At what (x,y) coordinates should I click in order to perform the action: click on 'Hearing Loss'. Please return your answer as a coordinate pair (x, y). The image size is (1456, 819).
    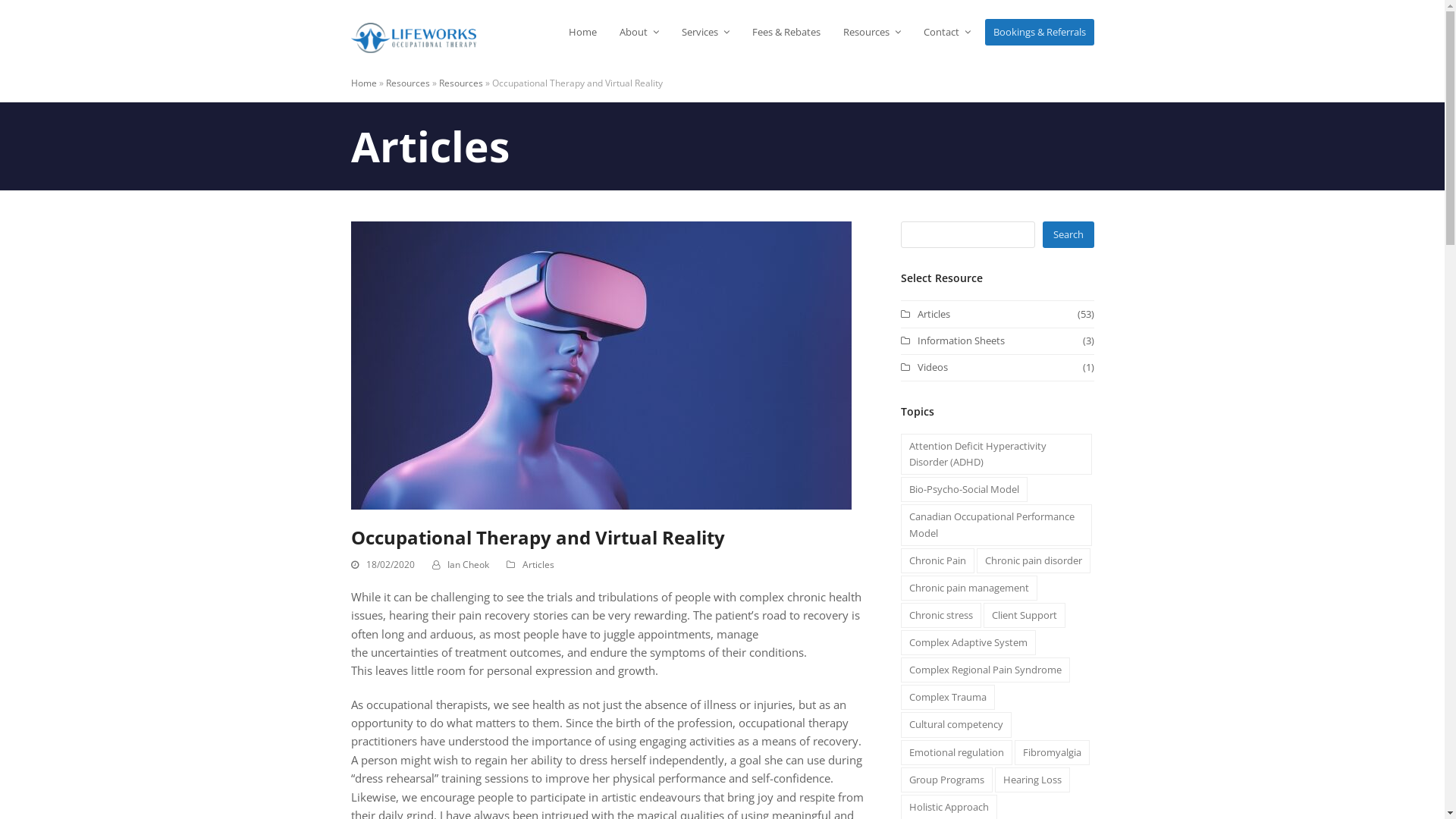
    Looking at the image, I should click on (1031, 780).